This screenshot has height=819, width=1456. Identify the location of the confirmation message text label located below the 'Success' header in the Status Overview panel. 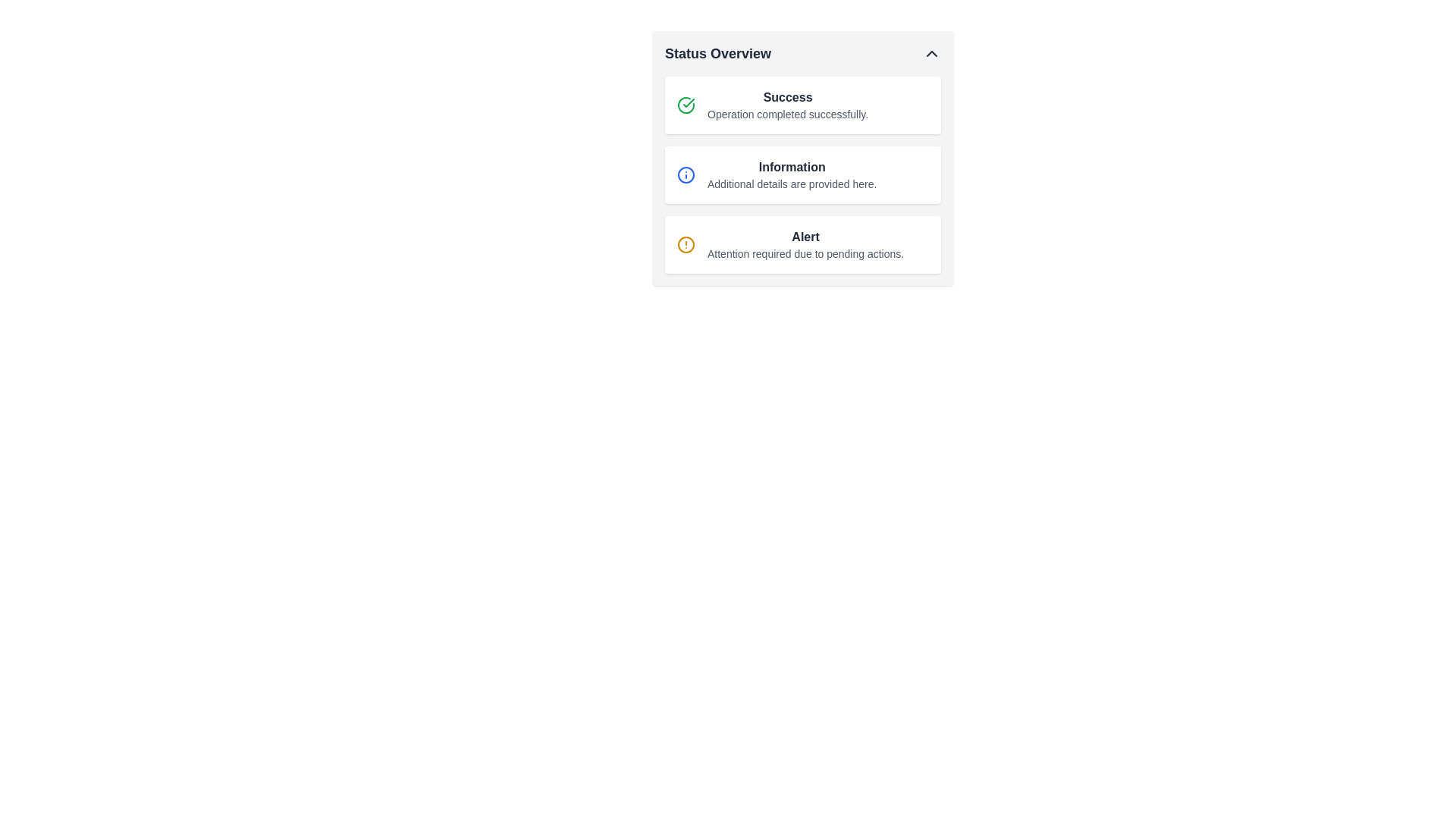
(788, 113).